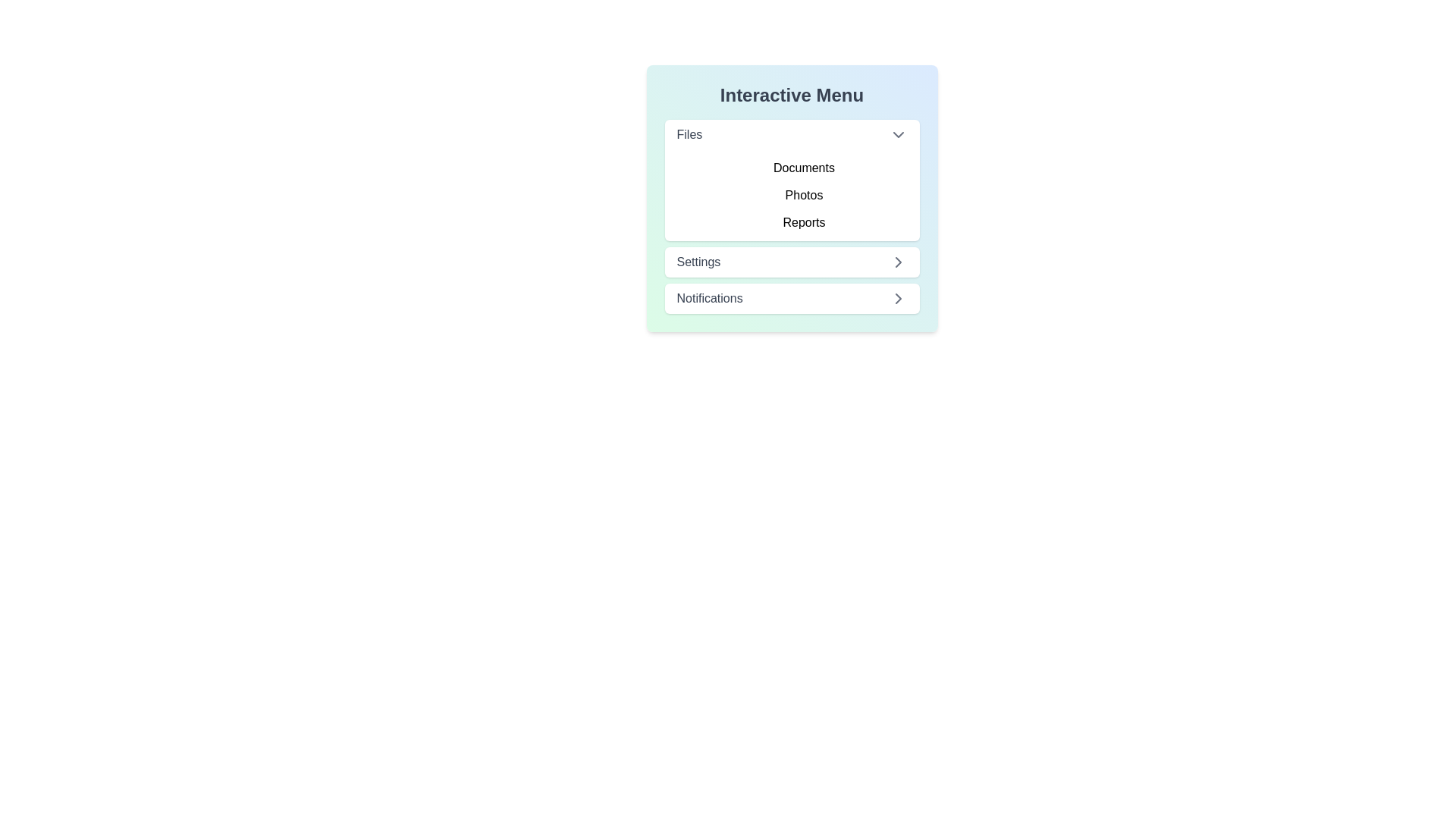  What do you see at coordinates (791, 133) in the screenshot?
I see `the first option in the dropdown menu for 'Files'` at bounding box center [791, 133].